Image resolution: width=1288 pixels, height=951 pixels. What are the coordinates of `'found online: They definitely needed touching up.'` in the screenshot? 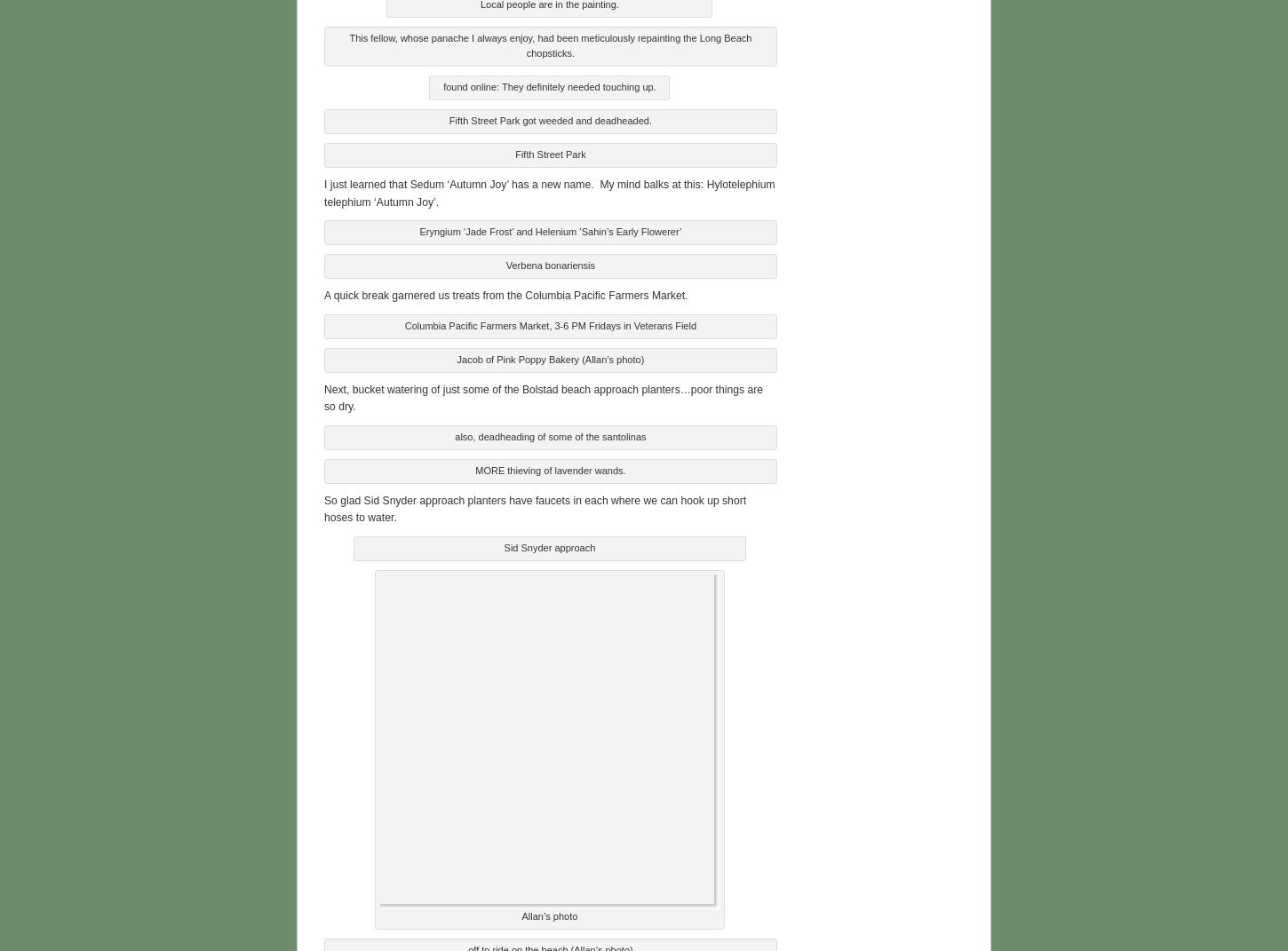 It's located at (548, 84).